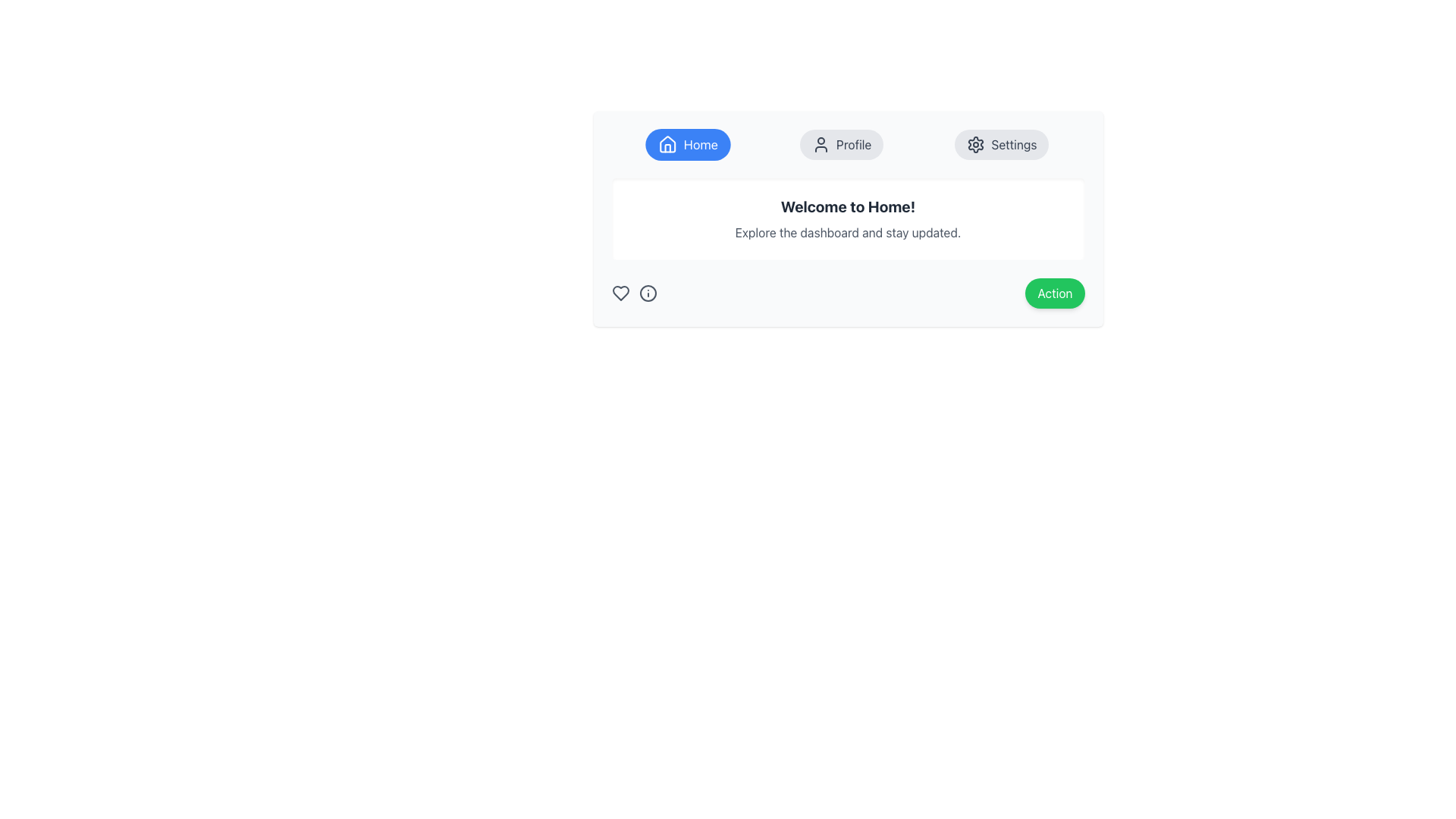 The height and width of the screenshot is (819, 1456). Describe the element at coordinates (634, 293) in the screenshot. I see `the heart icon in the grouped icon component located in the bottom-left corner of the card section for more information` at that location.